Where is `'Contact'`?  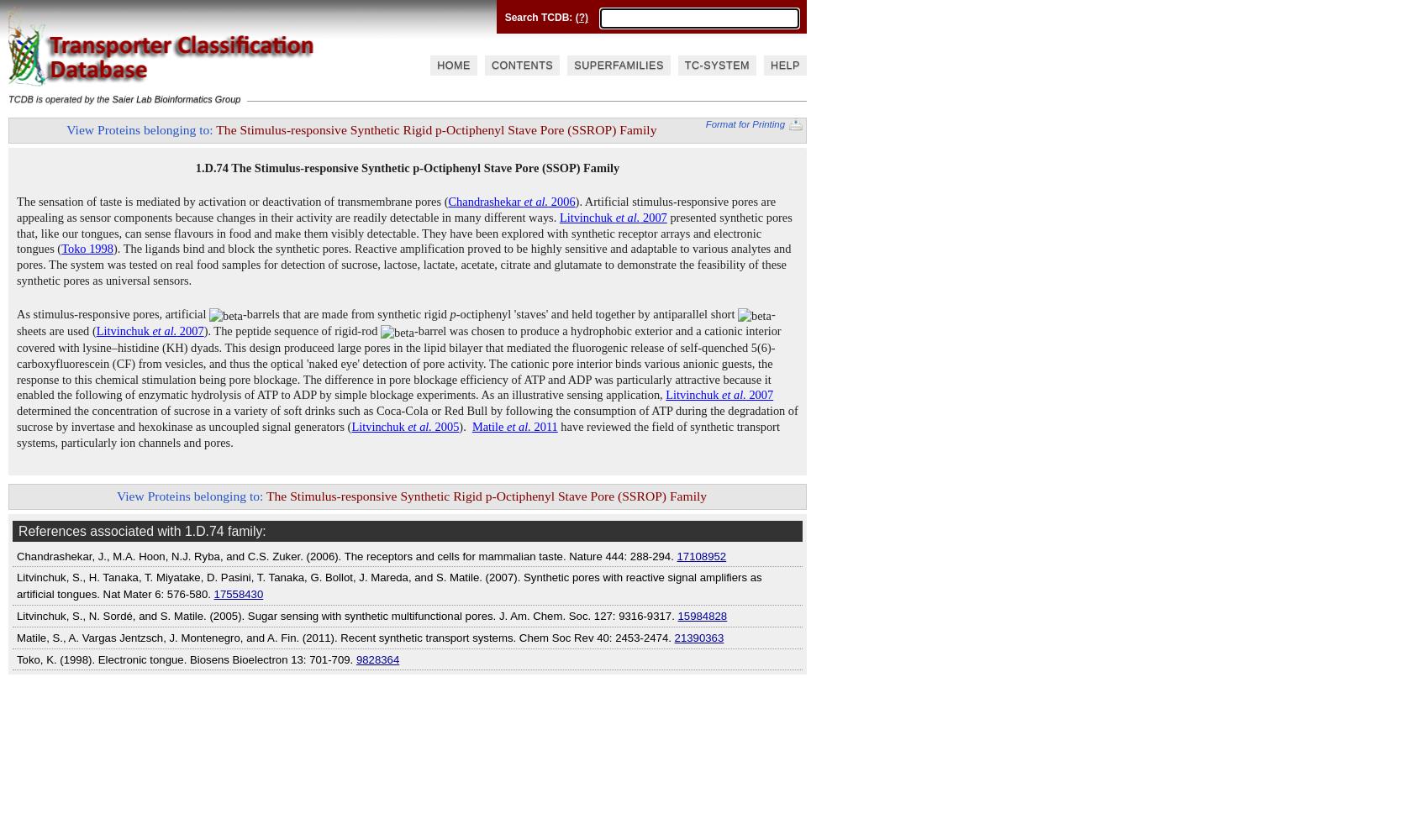 'Contact' is located at coordinates (446, 11).